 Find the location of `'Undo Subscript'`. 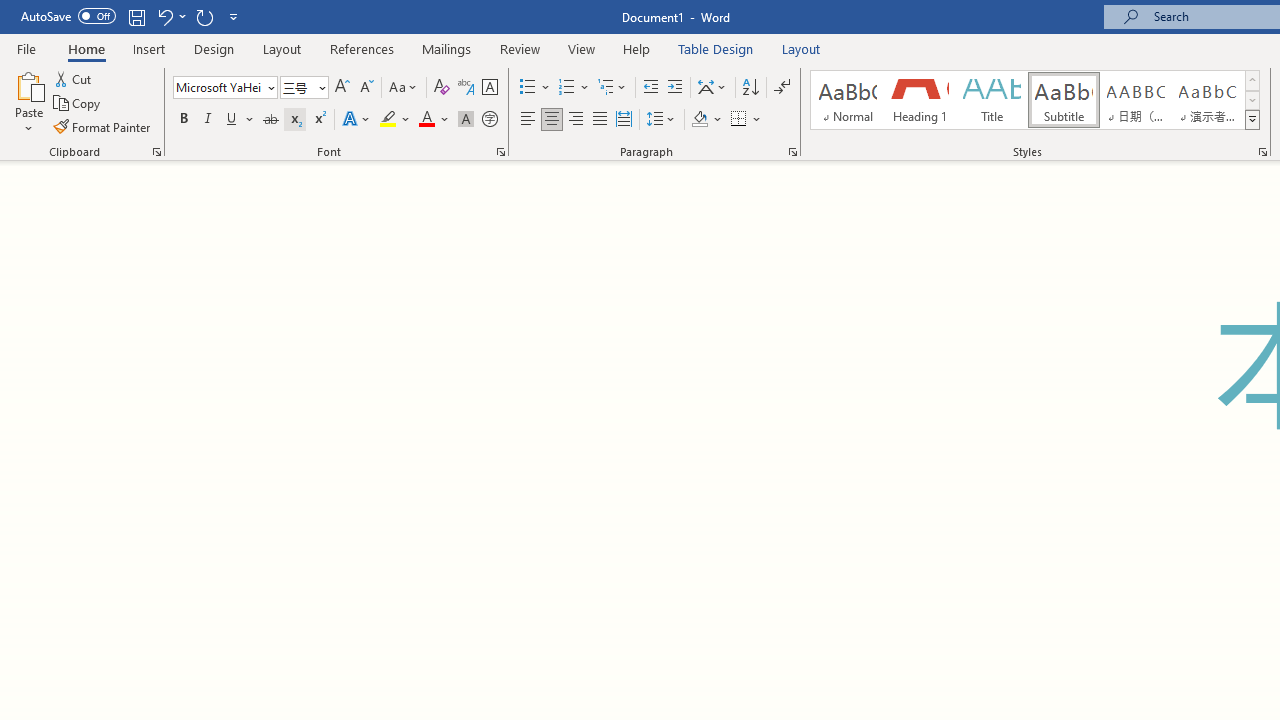

'Undo Subscript' is located at coordinates (164, 16).